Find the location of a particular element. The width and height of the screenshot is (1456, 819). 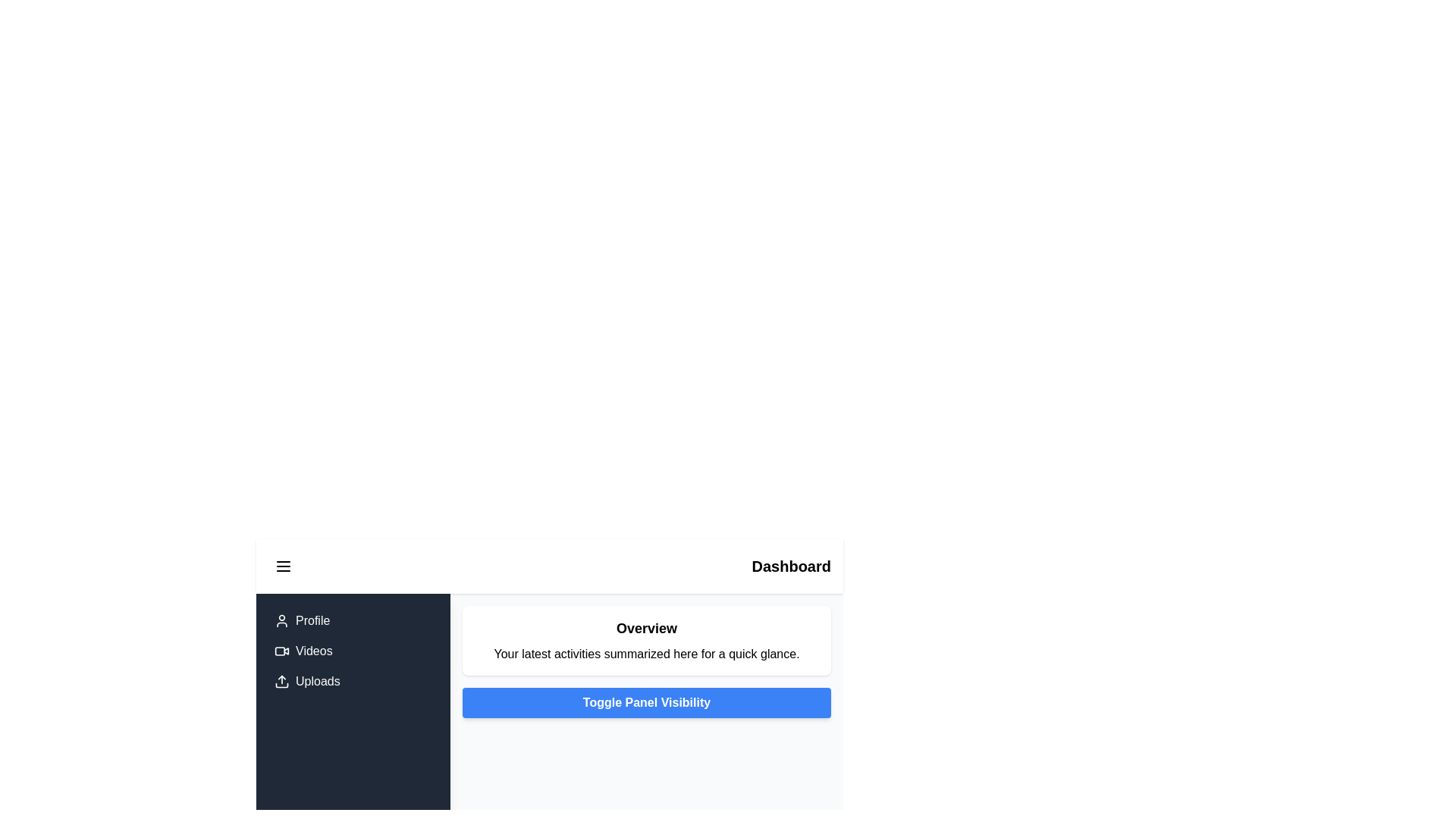

the hamburger icon button located at the top-left corner of the interface is located at coordinates (284, 566).